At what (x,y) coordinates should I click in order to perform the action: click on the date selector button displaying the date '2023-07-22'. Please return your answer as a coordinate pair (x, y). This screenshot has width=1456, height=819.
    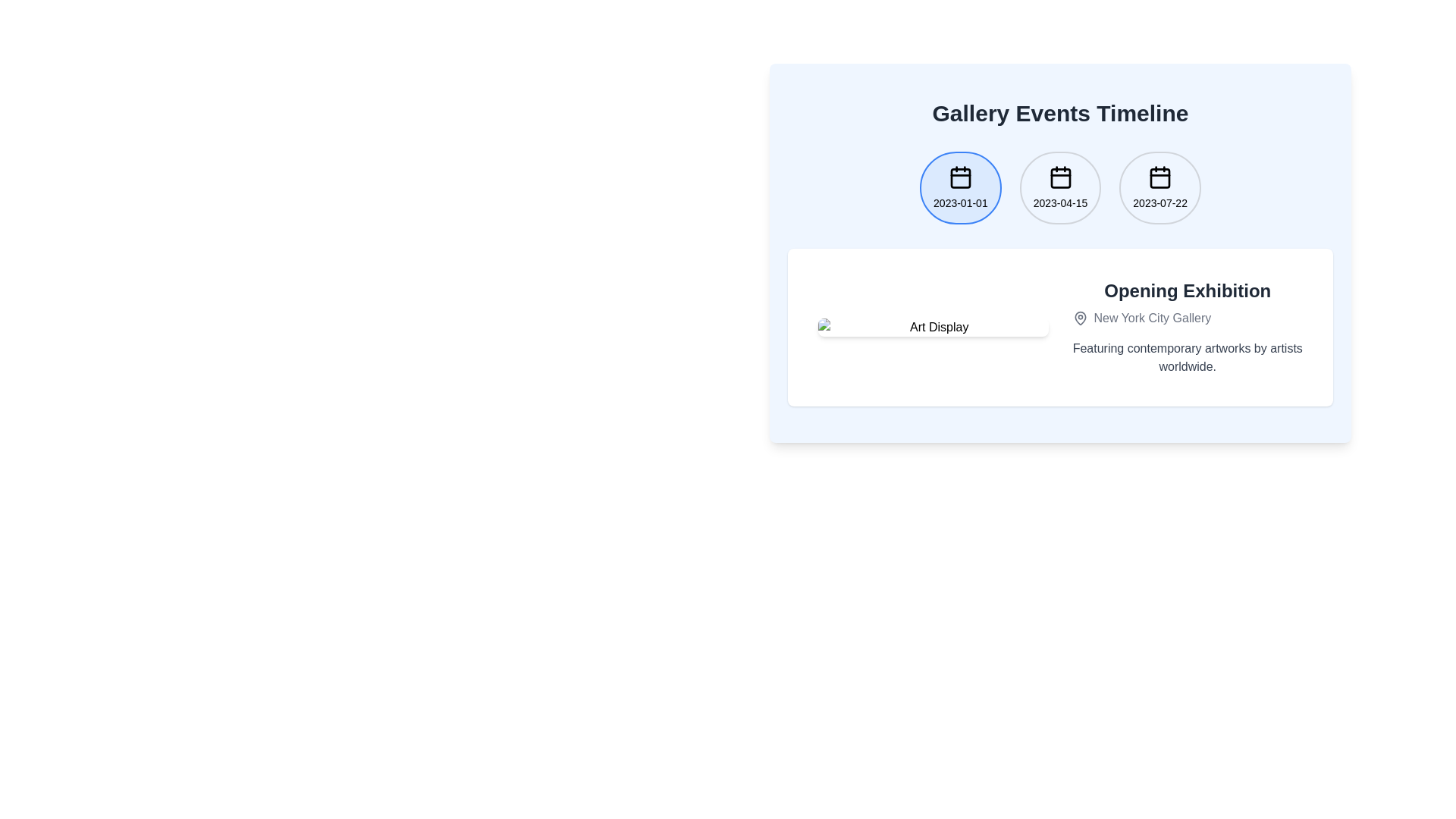
    Looking at the image, I should click on (1159, 187).